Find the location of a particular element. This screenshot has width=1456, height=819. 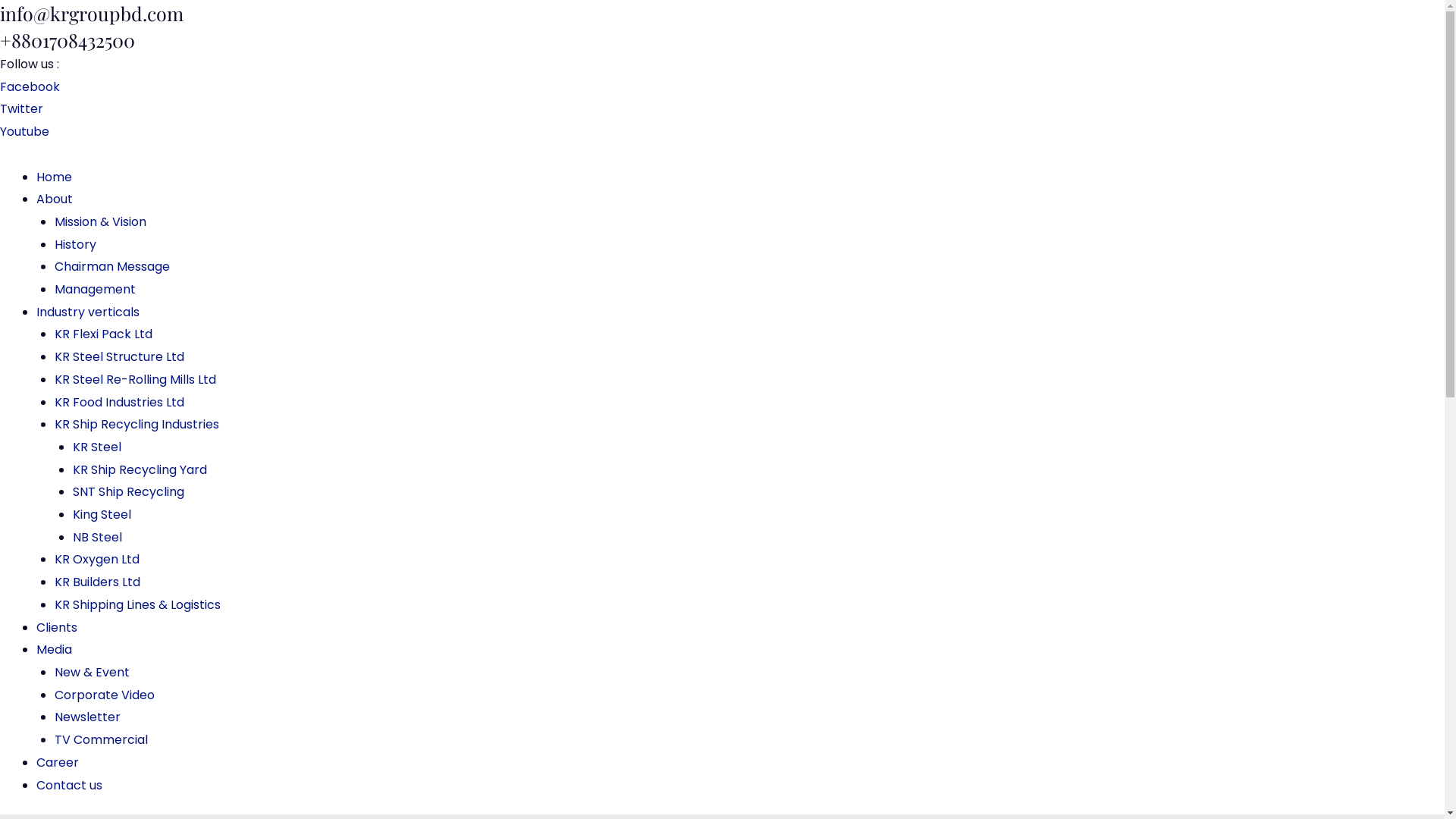

'KR Food Industries Ltd' is located at coordinates (118, 401).